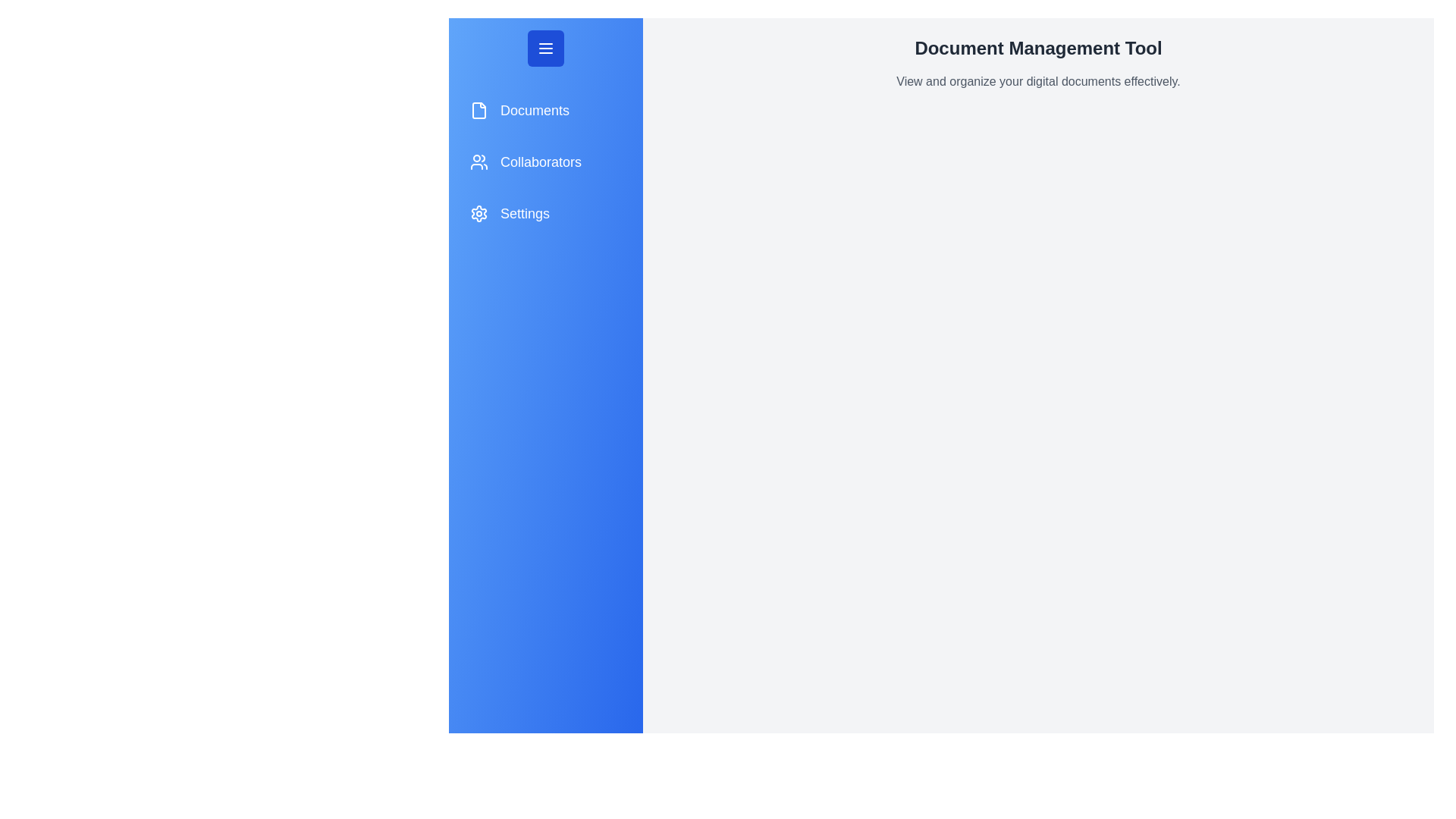 Image resolution: width=1456 pixels, height=819 pixels. Describe the element at coordinates (546, 110) in the screenshot. I see `the 'Documents' navigation item to access the Documents section` at that location.